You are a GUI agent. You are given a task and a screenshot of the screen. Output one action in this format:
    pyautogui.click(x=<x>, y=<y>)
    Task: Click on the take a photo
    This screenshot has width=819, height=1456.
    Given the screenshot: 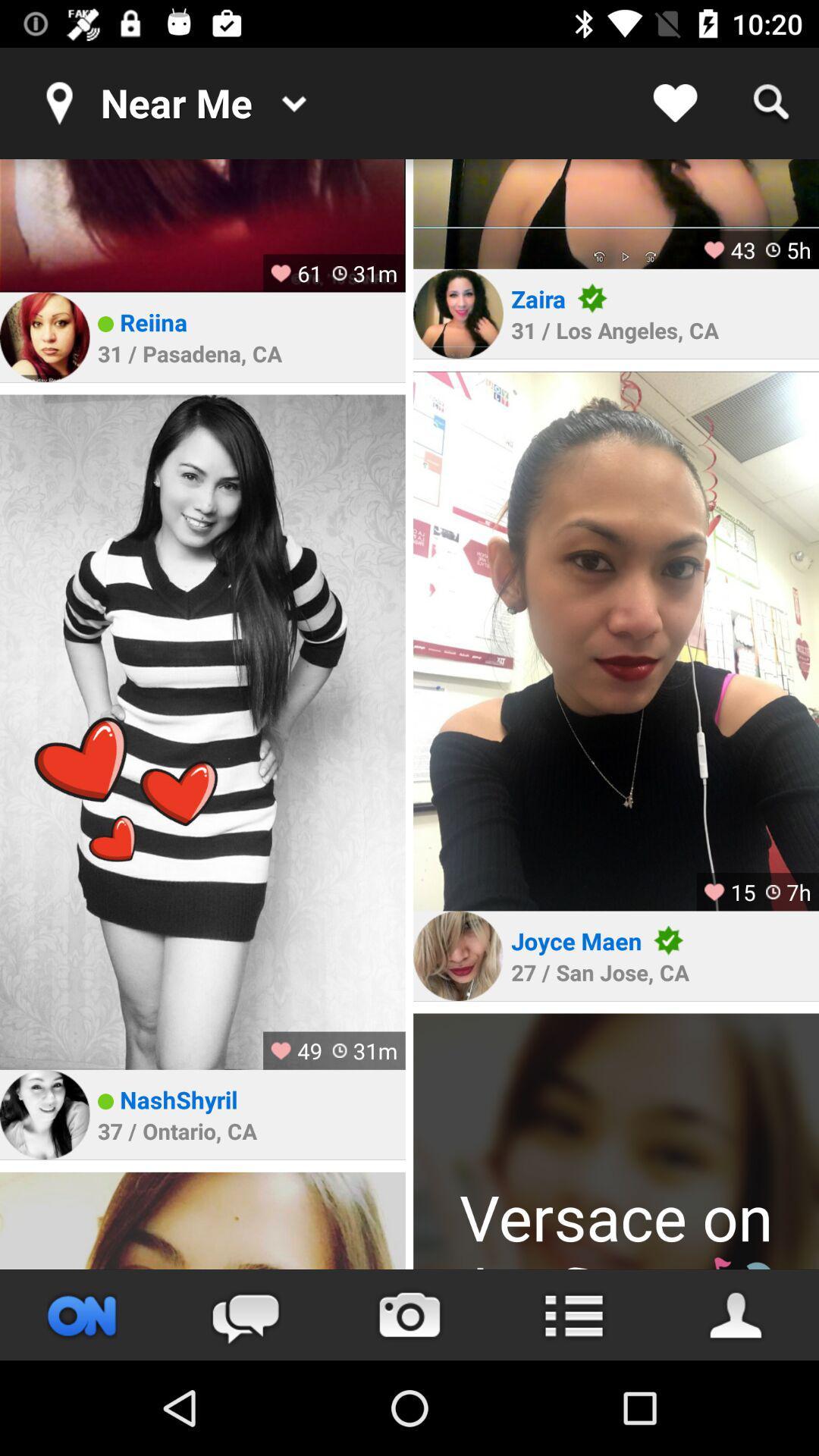 What is the action you would take?
    pyautogui.click(x=409, y=1314)
    